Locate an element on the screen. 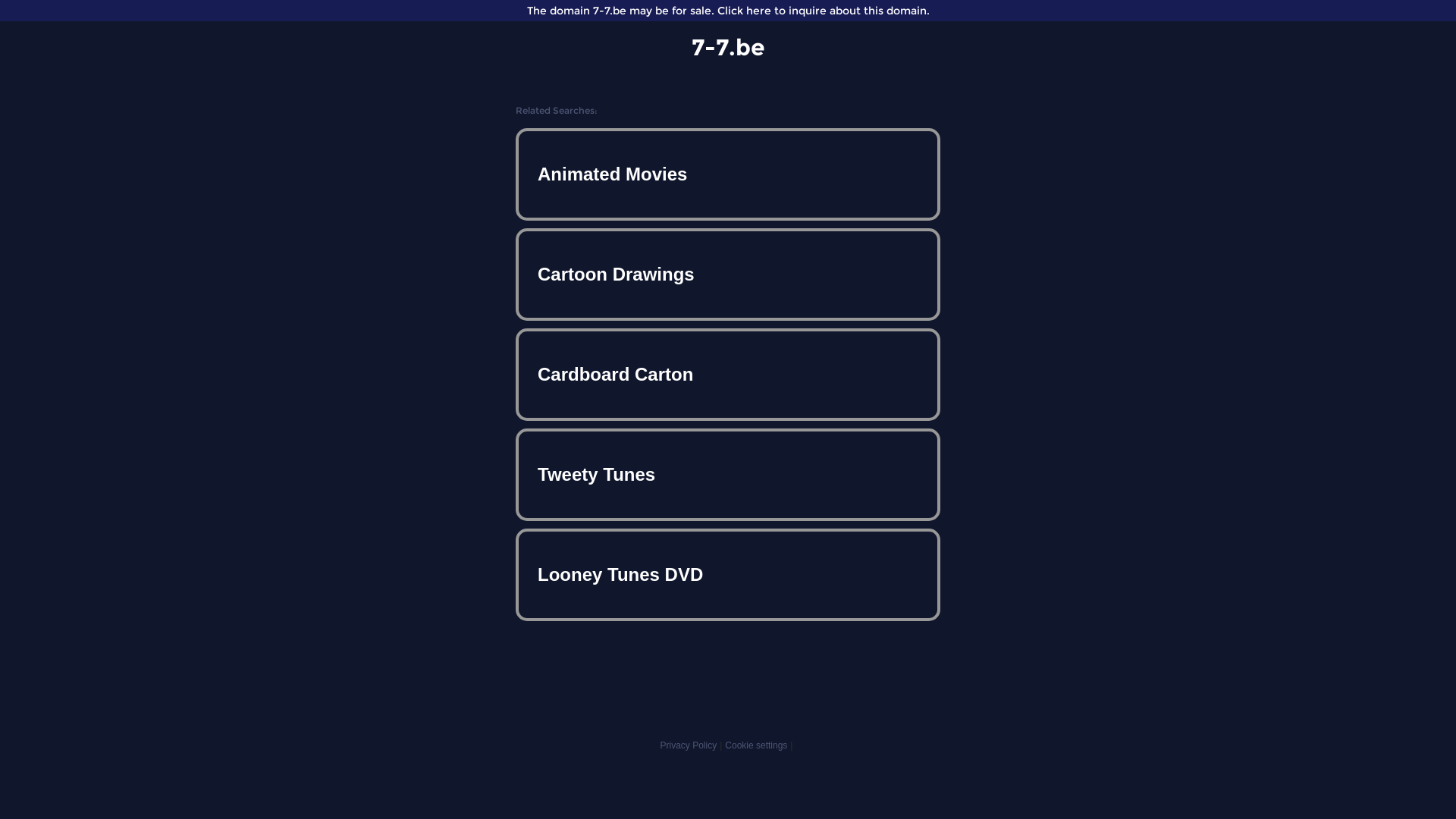  'Cardboard Carton' is located at coordinates (728, 374).